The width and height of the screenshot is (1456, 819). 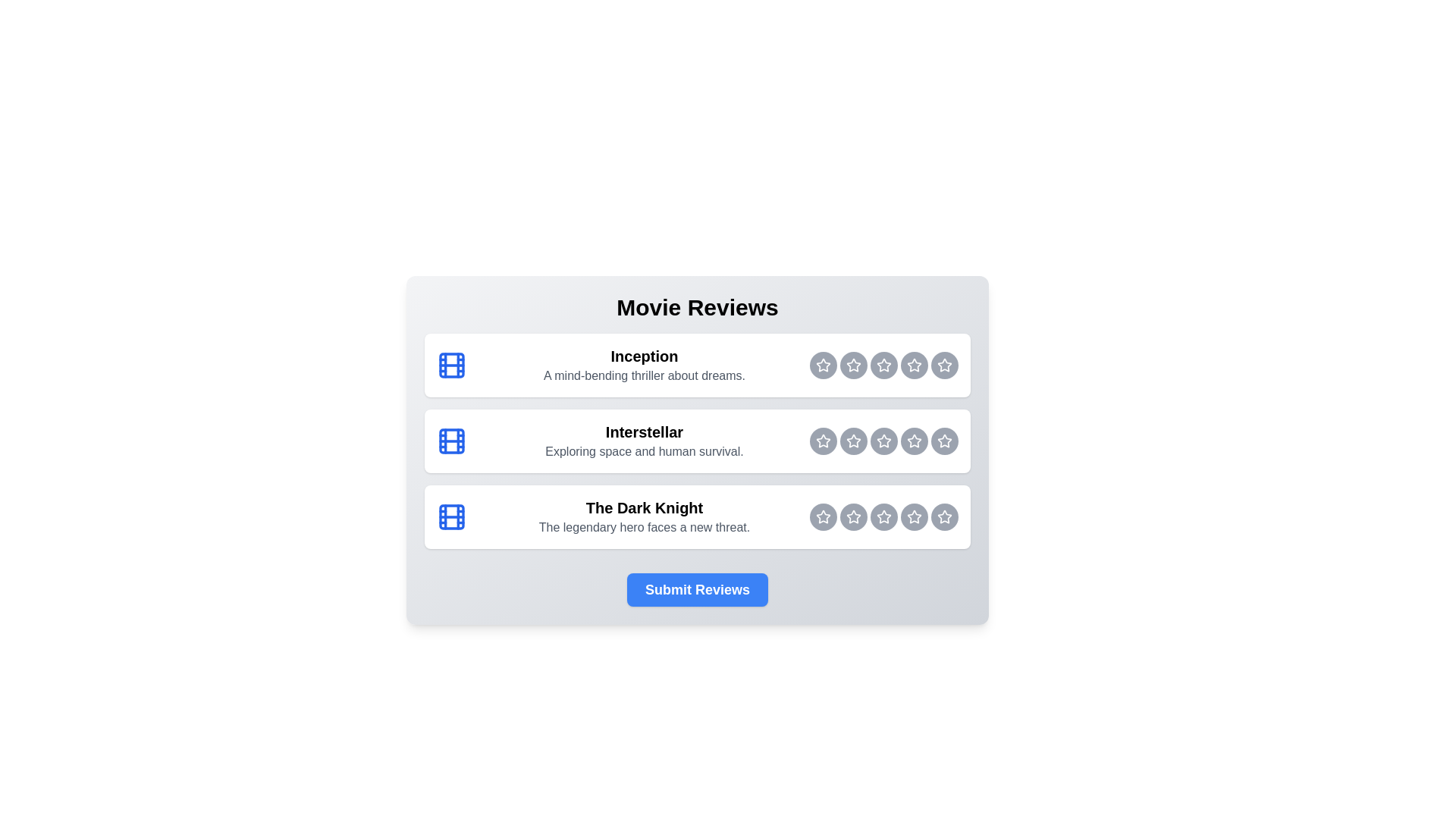 I want to click on the rating button for The Dark Knight at 5 stars, so click(x=944, y=516).